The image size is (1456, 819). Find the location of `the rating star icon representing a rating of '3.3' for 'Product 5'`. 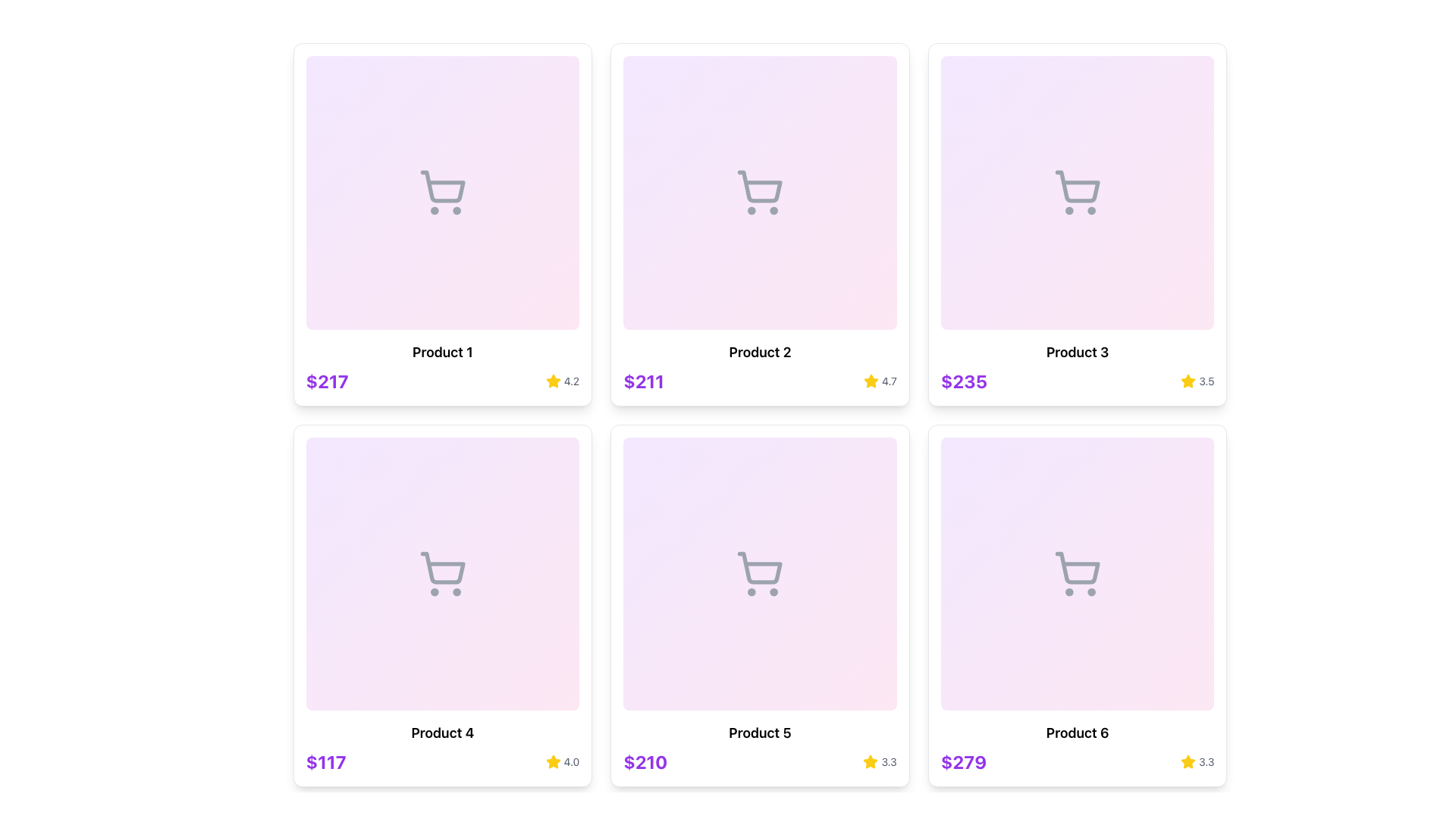

the rating star icon representing a rating of '3.3' for 'Product 5' is located at coordinates (871, 762).